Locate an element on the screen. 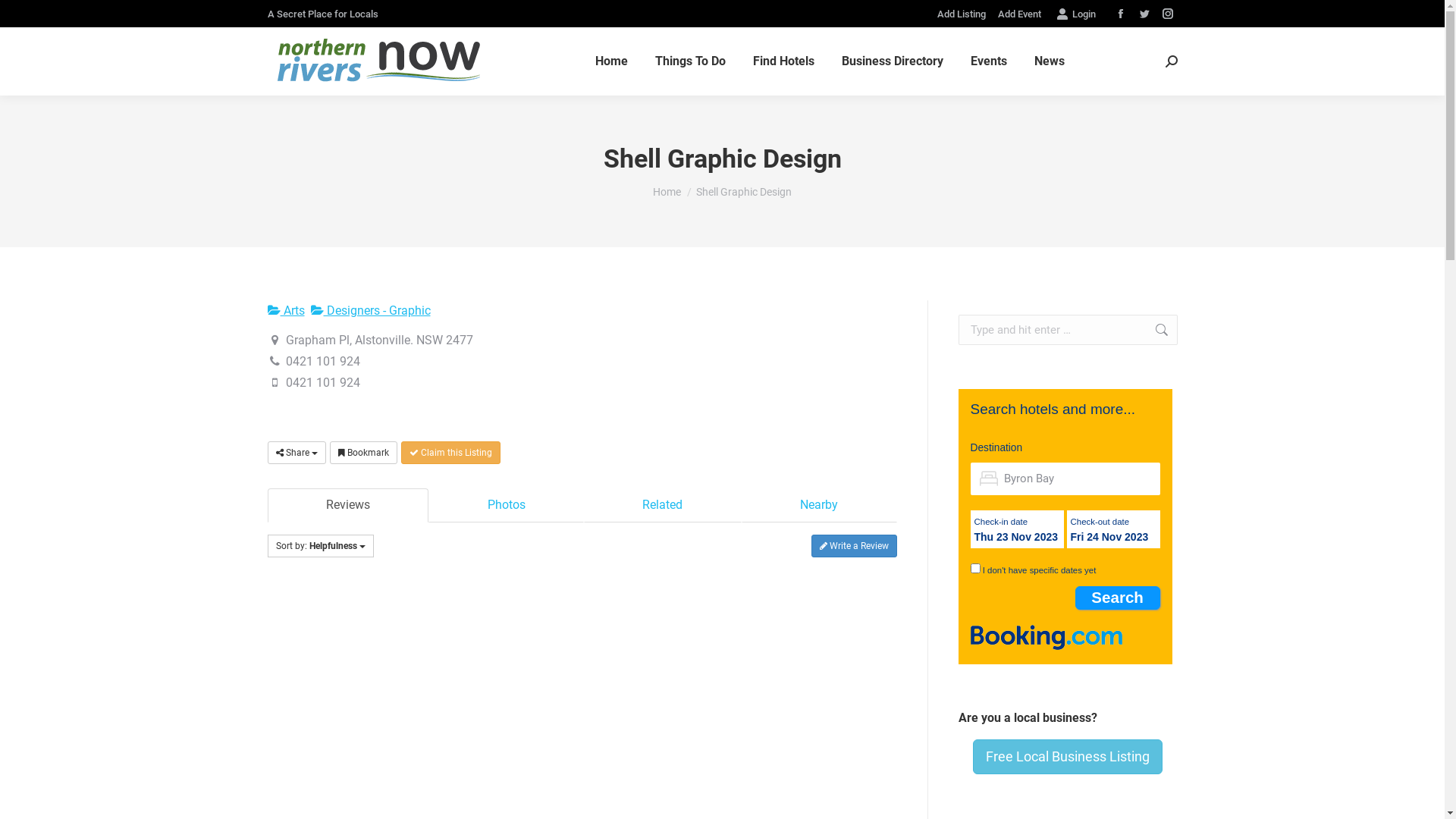 This screenshot has width=1456, height=819. 'Instagram page opens in new window' is located at coordinates (1166, 14).